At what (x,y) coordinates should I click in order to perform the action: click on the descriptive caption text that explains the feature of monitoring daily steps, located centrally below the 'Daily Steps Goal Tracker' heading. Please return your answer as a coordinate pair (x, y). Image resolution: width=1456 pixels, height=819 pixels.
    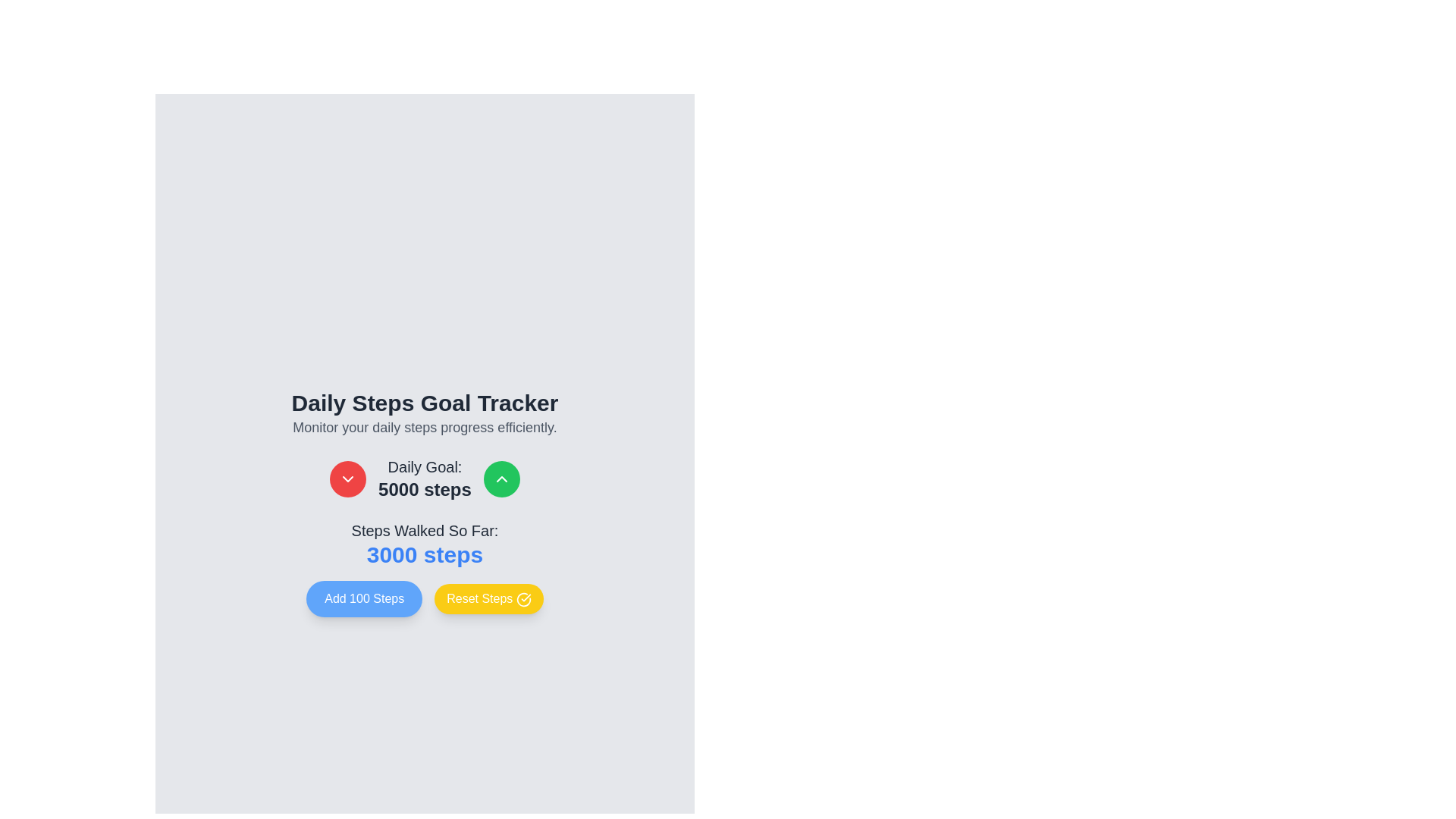
    Looking at the image, I should click on (425, 427).